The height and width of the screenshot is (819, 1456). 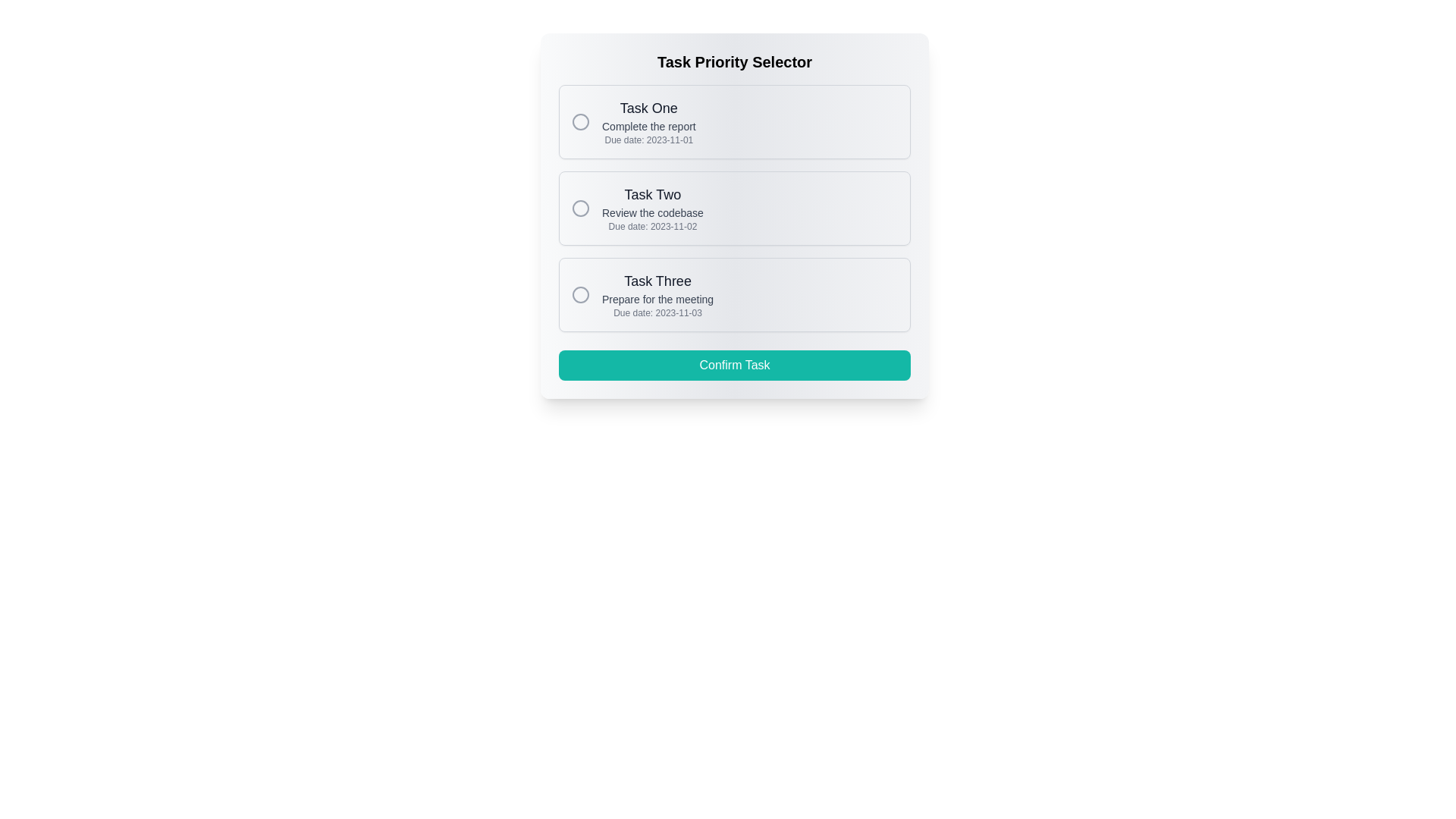 What do you see at coordinates (648, 121) in the screenshot?
I see `the textual content block representing the topmost task item under 'Task Priority Selector'` at bounding box center [648, 121].